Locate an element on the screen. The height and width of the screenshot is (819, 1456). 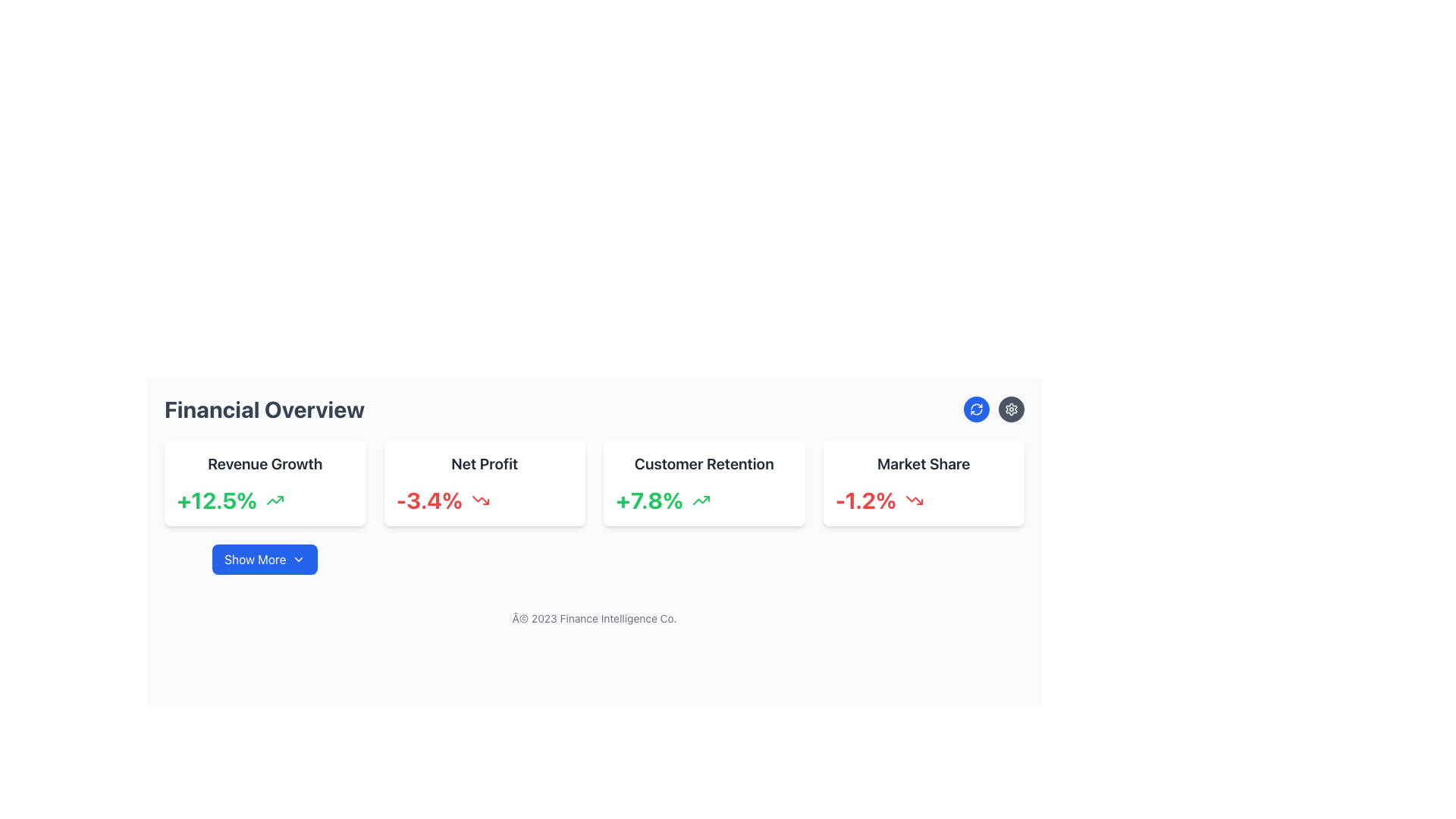
text from the 'Market Share' label, which is displayed in bold dark gray font at the top of the rightmost card in a series of four cards is located at coordinates (923, 463).